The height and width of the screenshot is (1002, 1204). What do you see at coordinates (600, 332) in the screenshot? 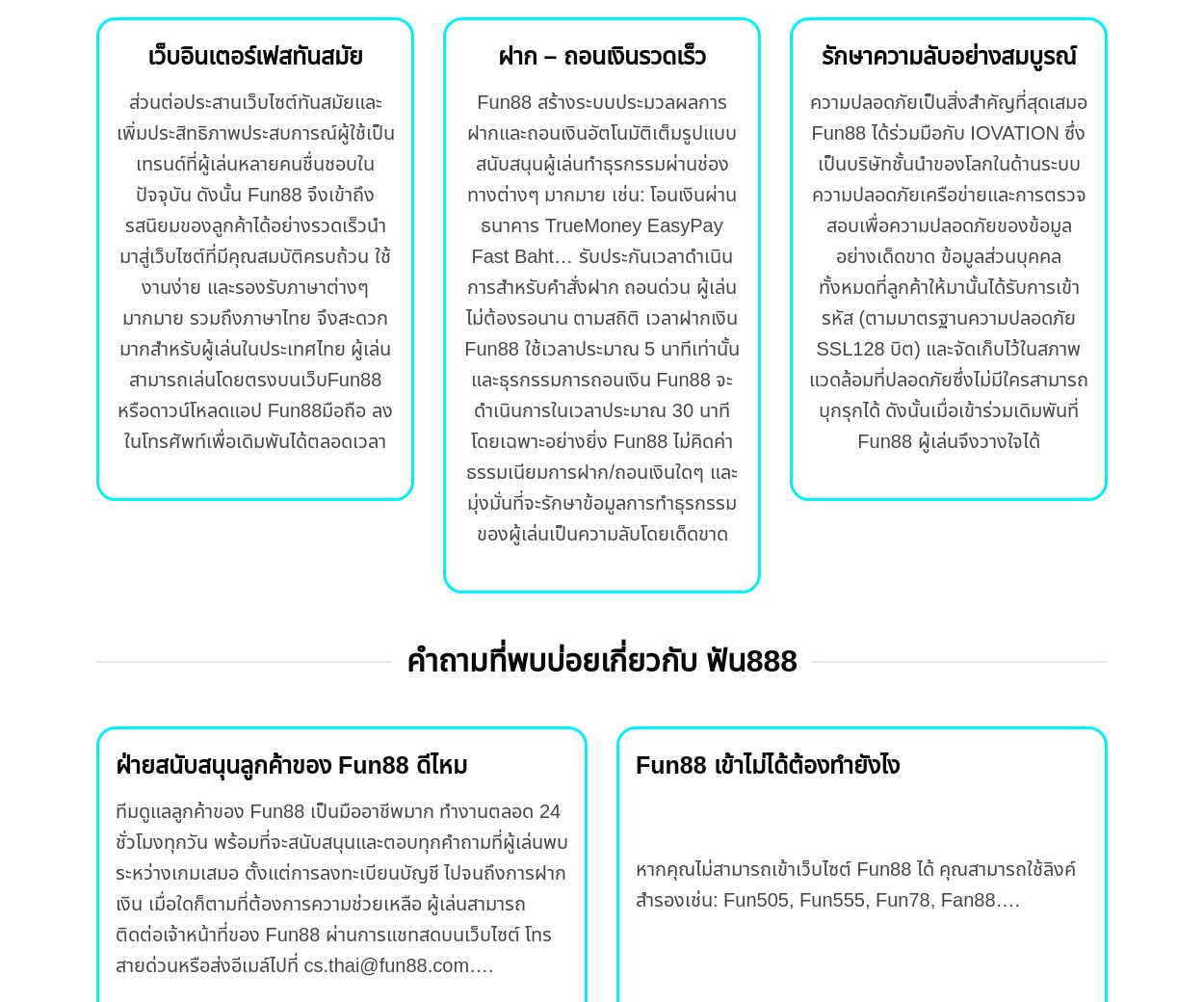
I see `'ฝากเงิน Fun88'` at bounding box center [600, 332].